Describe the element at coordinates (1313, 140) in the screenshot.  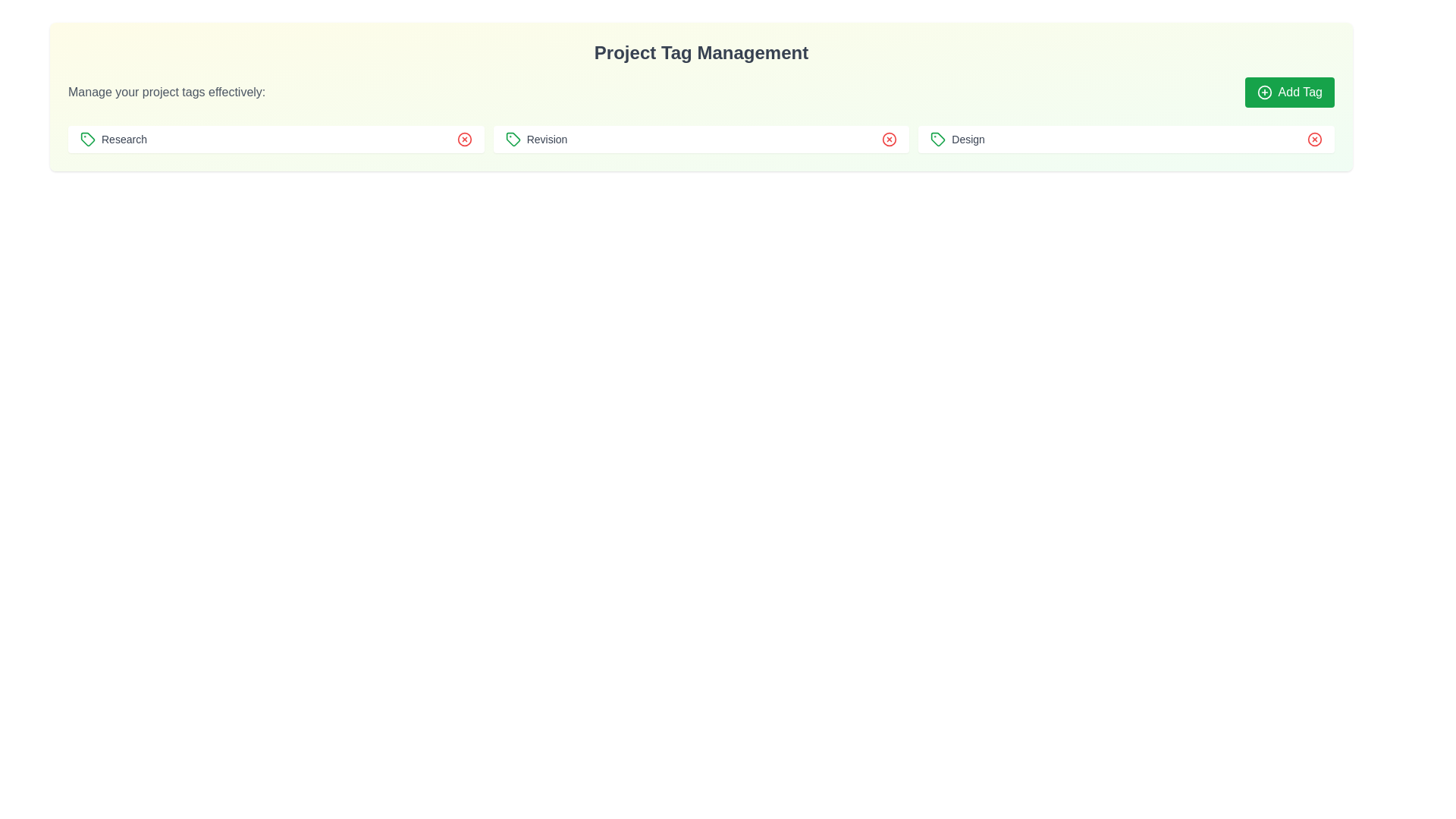
I see `the icon of the 'Remove Tag' button, which is part of the visual composition indicating the remove action, located at the right end of the 'Design' tag entry row` at that location.